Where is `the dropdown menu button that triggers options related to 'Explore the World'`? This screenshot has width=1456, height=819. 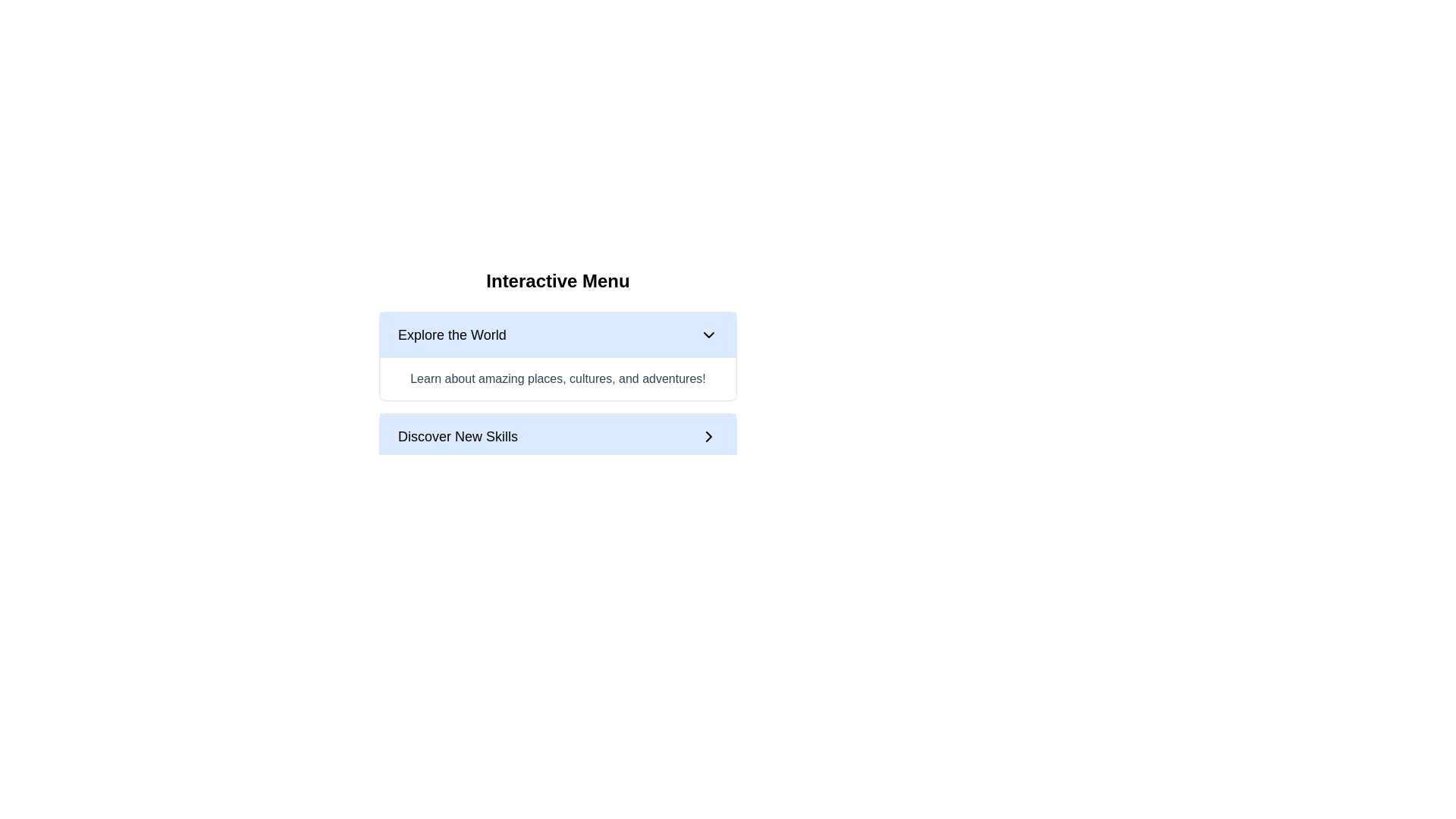 the dropdown menu button that triggers options related to 'Explore the World' is located at coordinates (557, 334).